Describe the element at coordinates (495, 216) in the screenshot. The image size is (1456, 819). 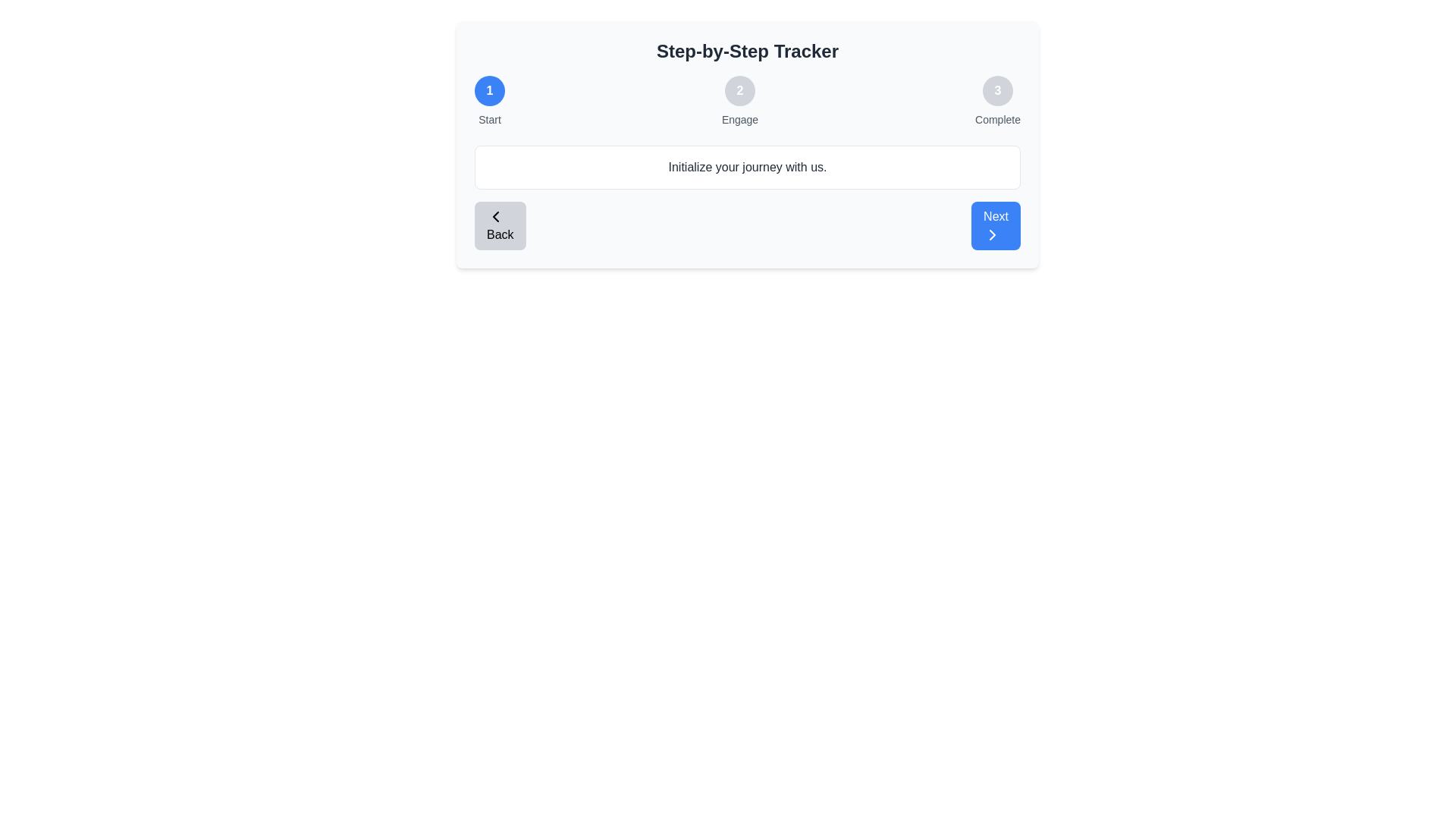
I see `the Chevron icon located in the 'Back' button area, which is slightly offset to the left of the button's center` at that location.